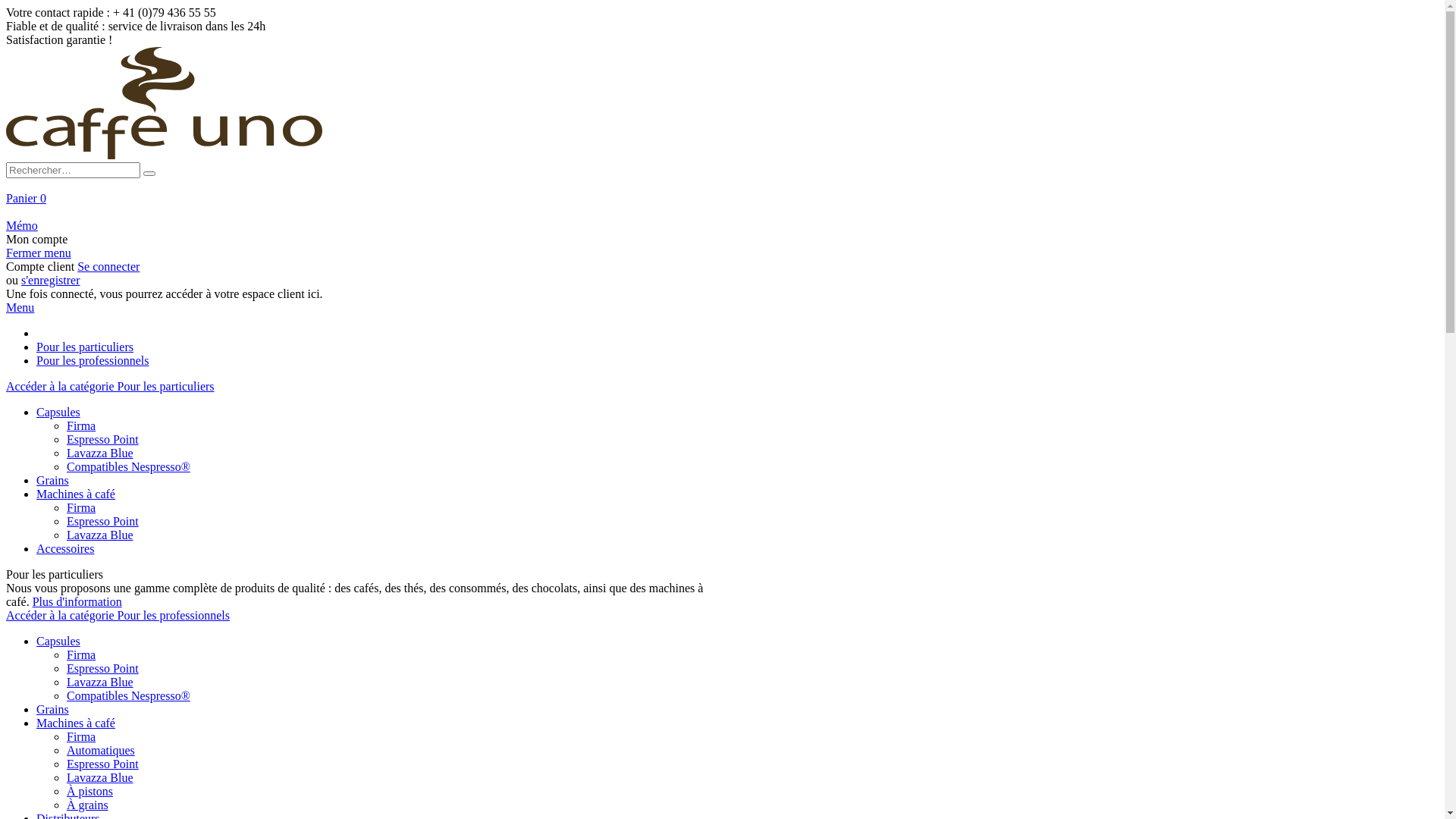 The height and width of the screenshot is (819, 1456). Describe the element at coordinates (64, 548) in the screenshot. I see `'Accessoires'` at that location.